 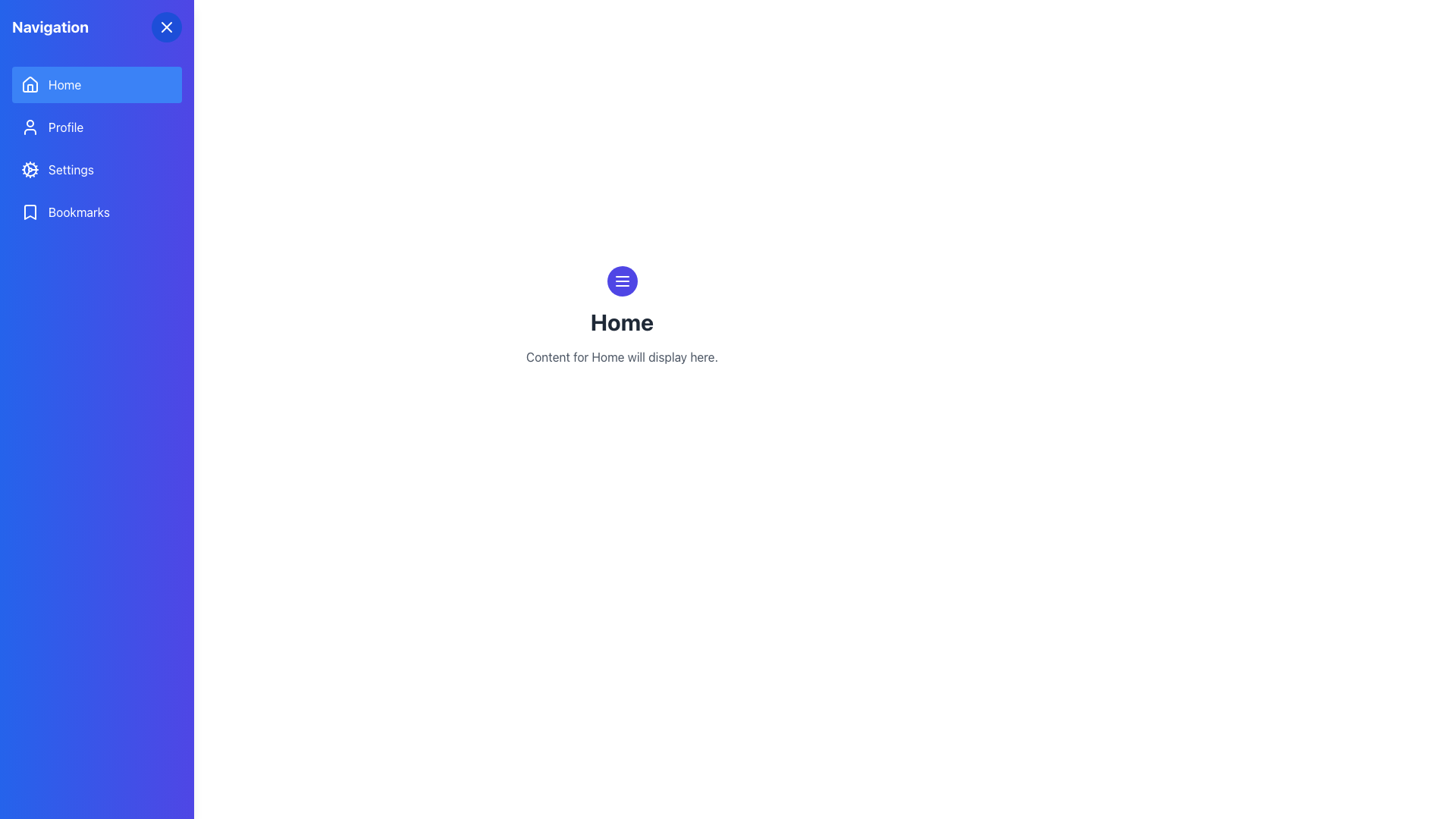 I want to click on the 'Bookmarks' text label in the navigation bar, so click(x=78, y=212).